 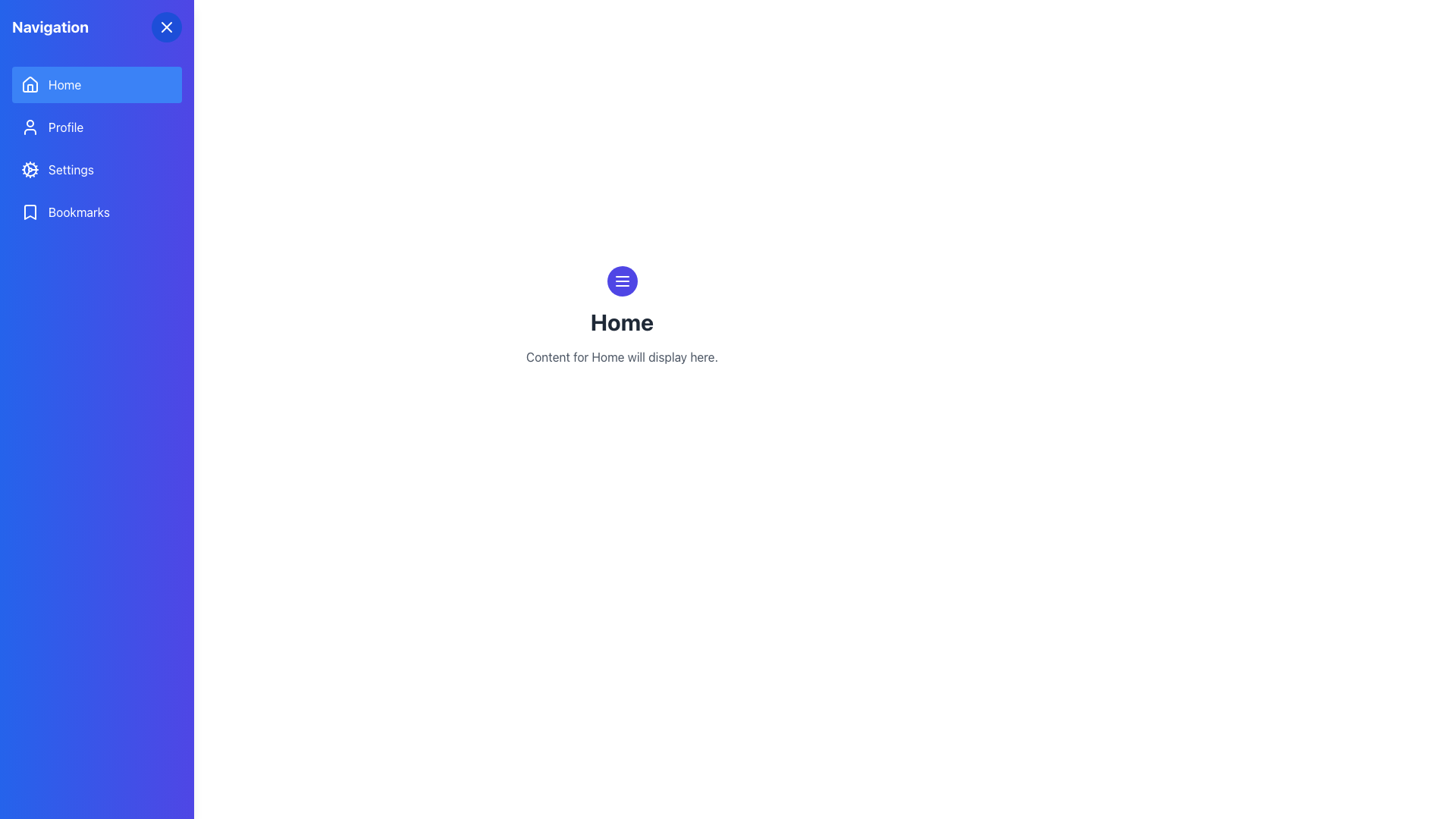 I want to click on the 'Bookmarks' text label in the navigation bar, so click(x=78, y=212).